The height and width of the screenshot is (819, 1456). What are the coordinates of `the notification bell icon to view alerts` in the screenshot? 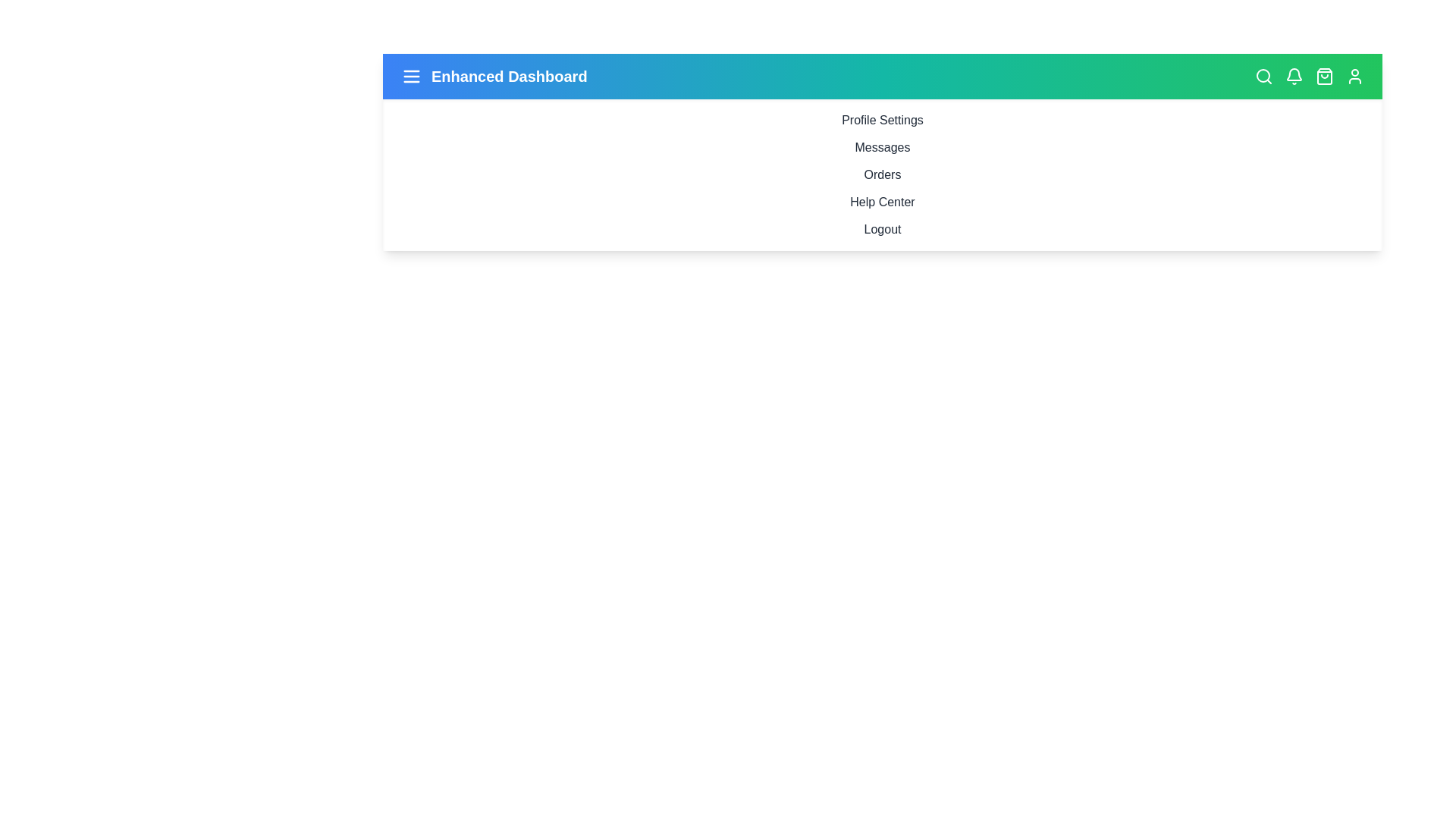 It's located at (1294, 76).